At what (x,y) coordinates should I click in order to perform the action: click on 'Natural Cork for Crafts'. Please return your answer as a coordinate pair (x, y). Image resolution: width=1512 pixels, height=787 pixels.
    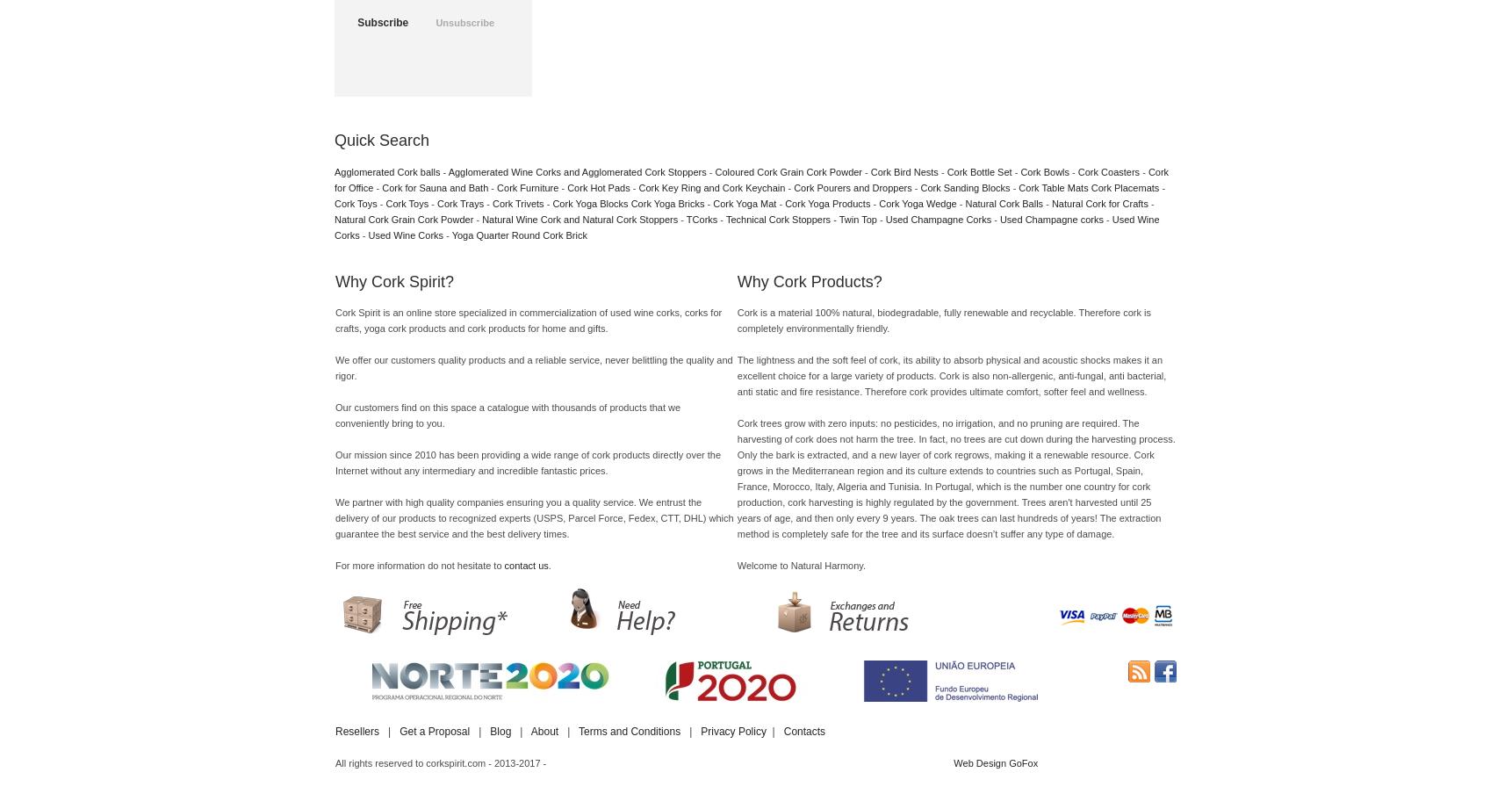
    Looking at the image, I should click on (1049, 201).